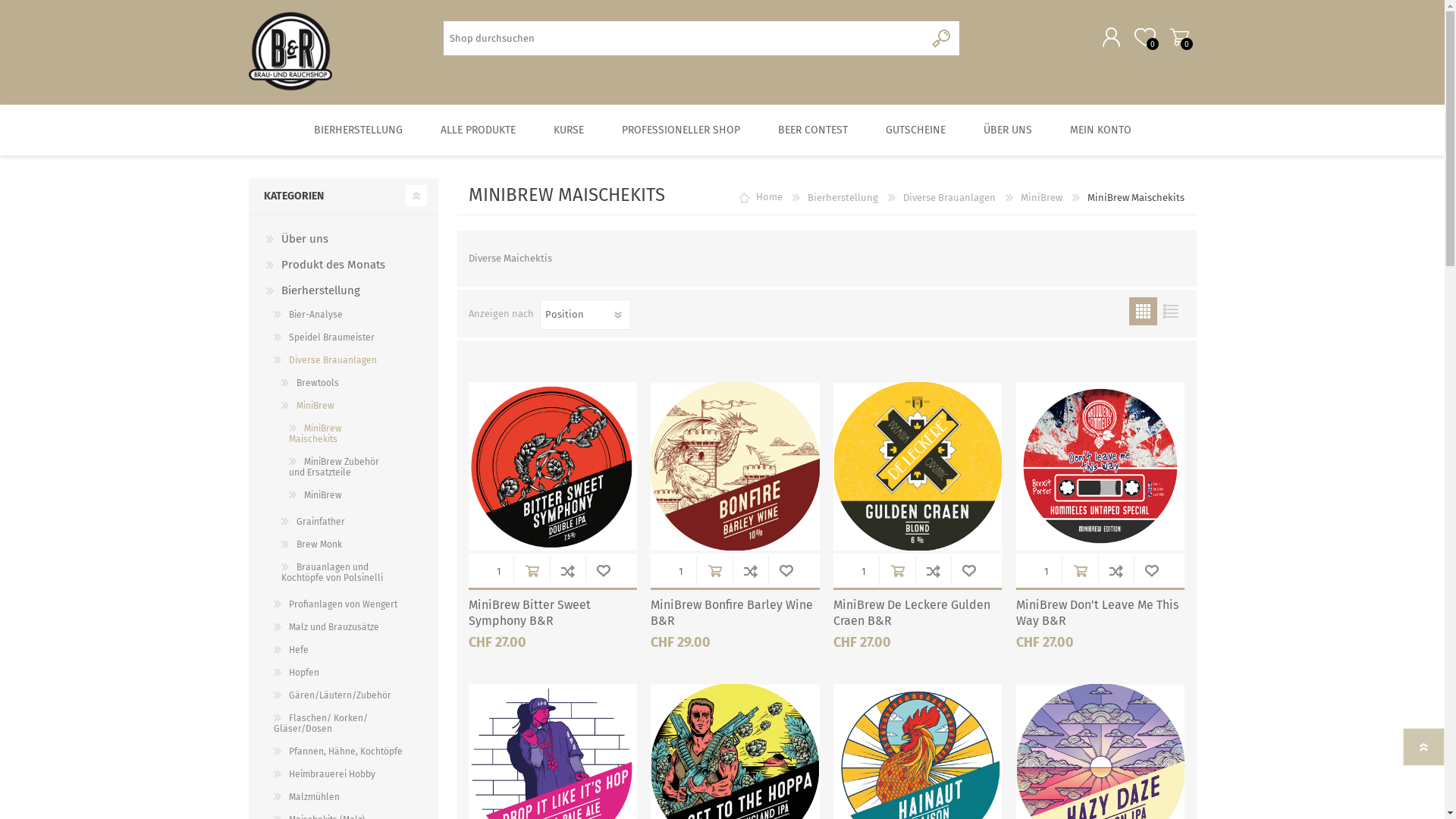 This screenshot has height=819, width=1456. What do you see at coordinates (880, 570) in the screenshot?
I see `'in Warenkorb'` at bounding box center [880, 570].